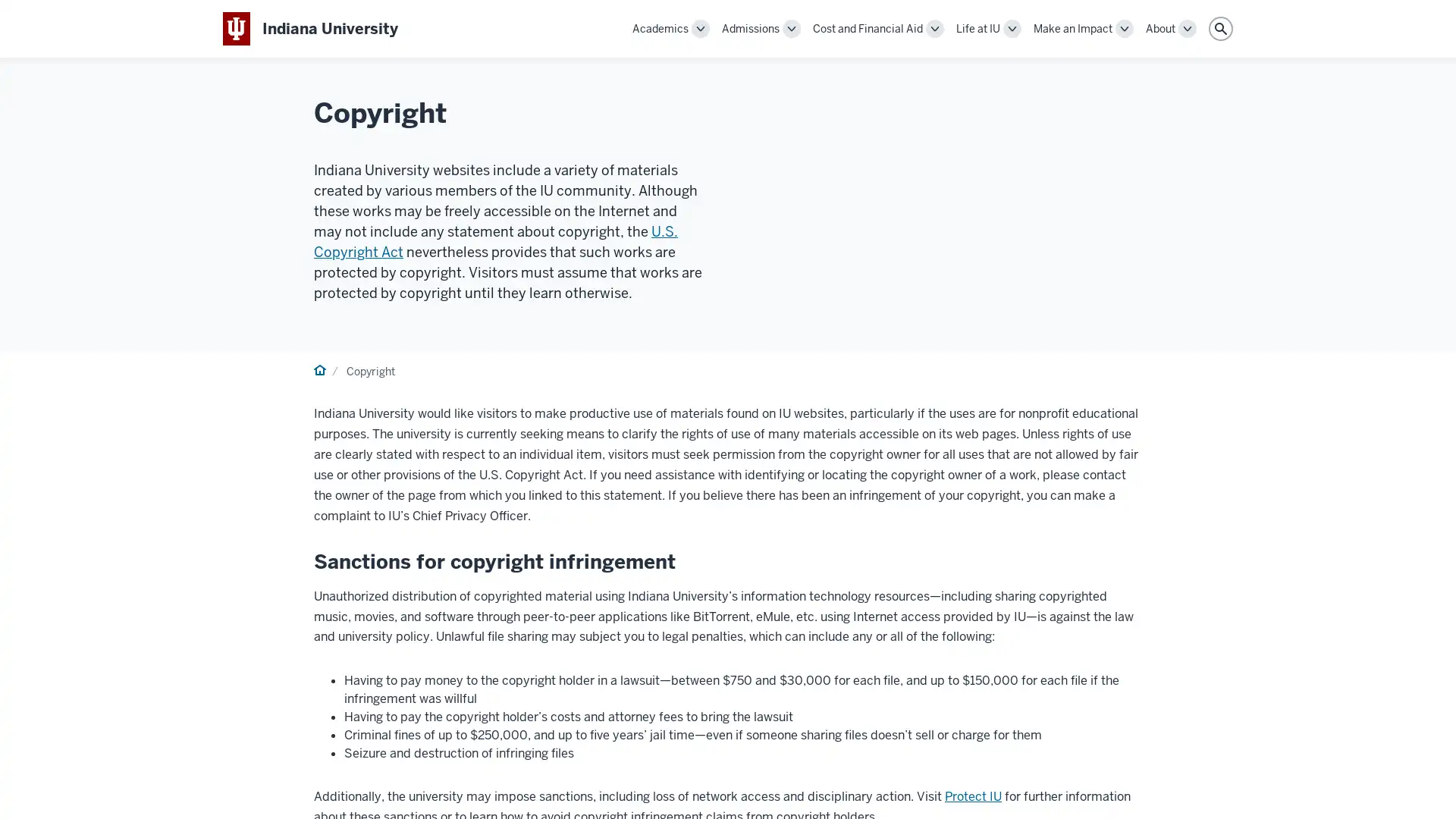  What do you see at coordinates (934, 29) in the screenshot?
I see `Toggle Cost and Financial Aid navigation` at bounding box center [934, 29].